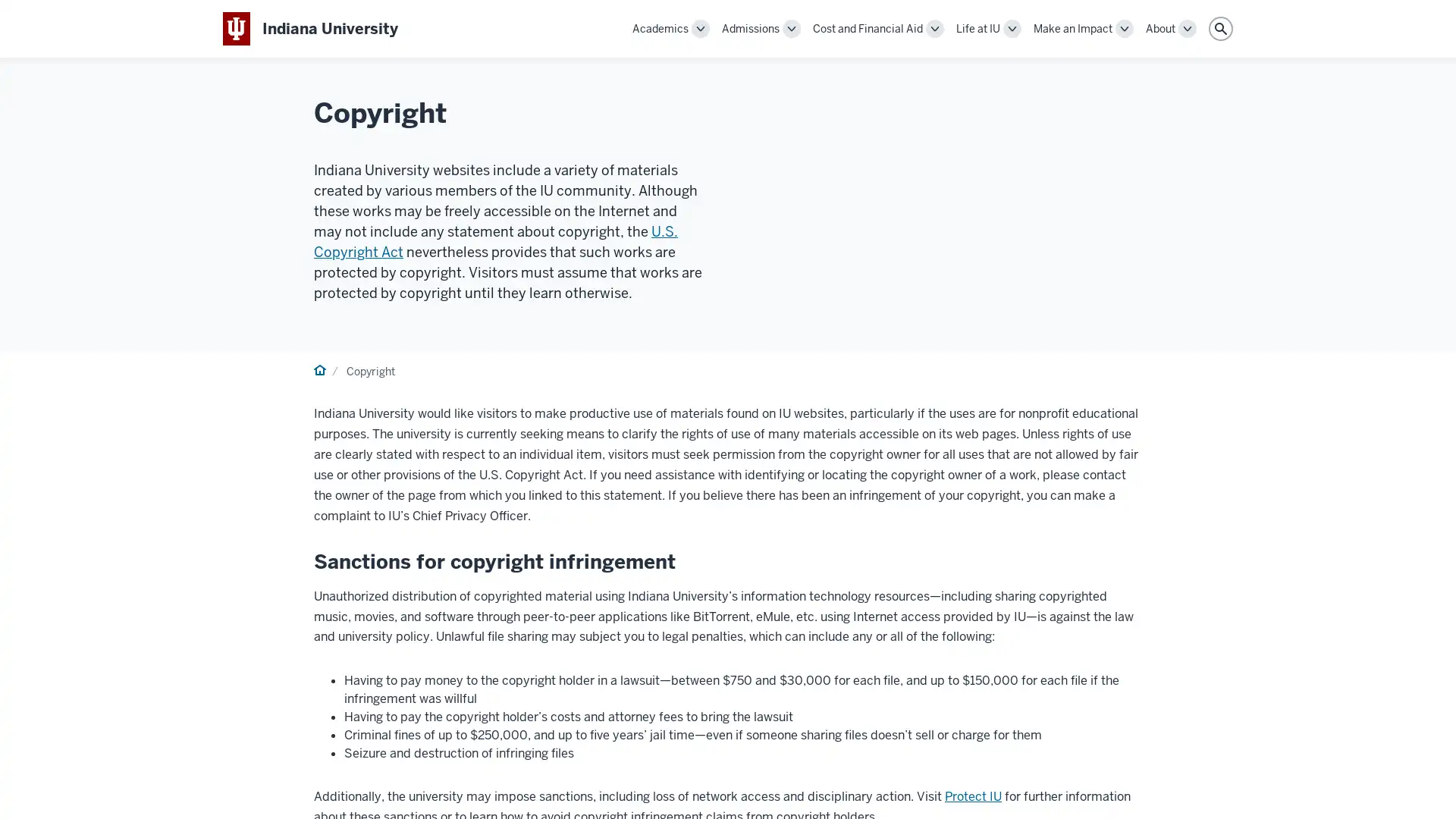  What do you see at coordinates (934, 29) in the screenshot?
I see `Toggle Cost and Financial Aid navigation` at bounding box center [934, 29].